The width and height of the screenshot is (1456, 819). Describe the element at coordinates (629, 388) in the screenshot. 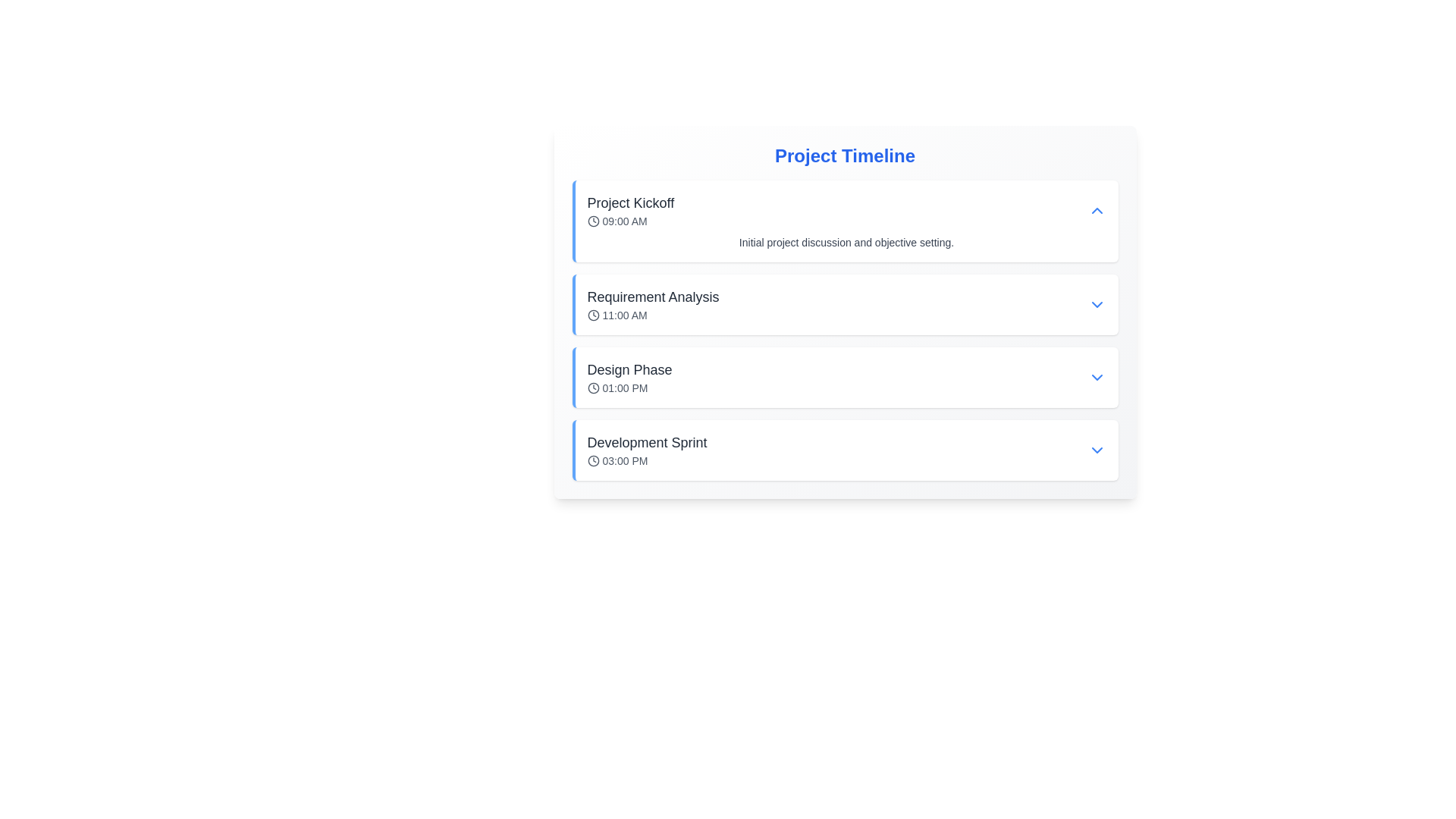

I see `the scheduled time text near the clock icon in the 'Design Phase' section of the project timeline to focus` at that location.